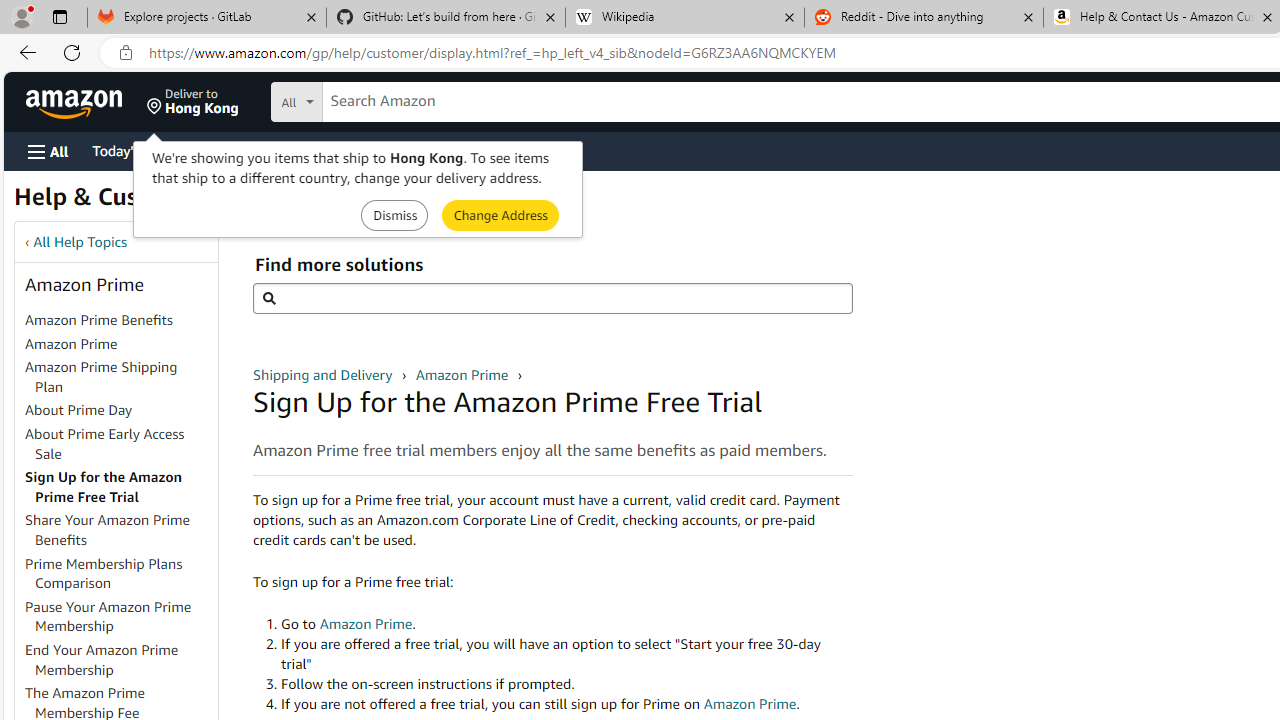 This screenshot has height=720, width=1280. I want to click on 'Amazon Prime Benefits', so click(98, 319).